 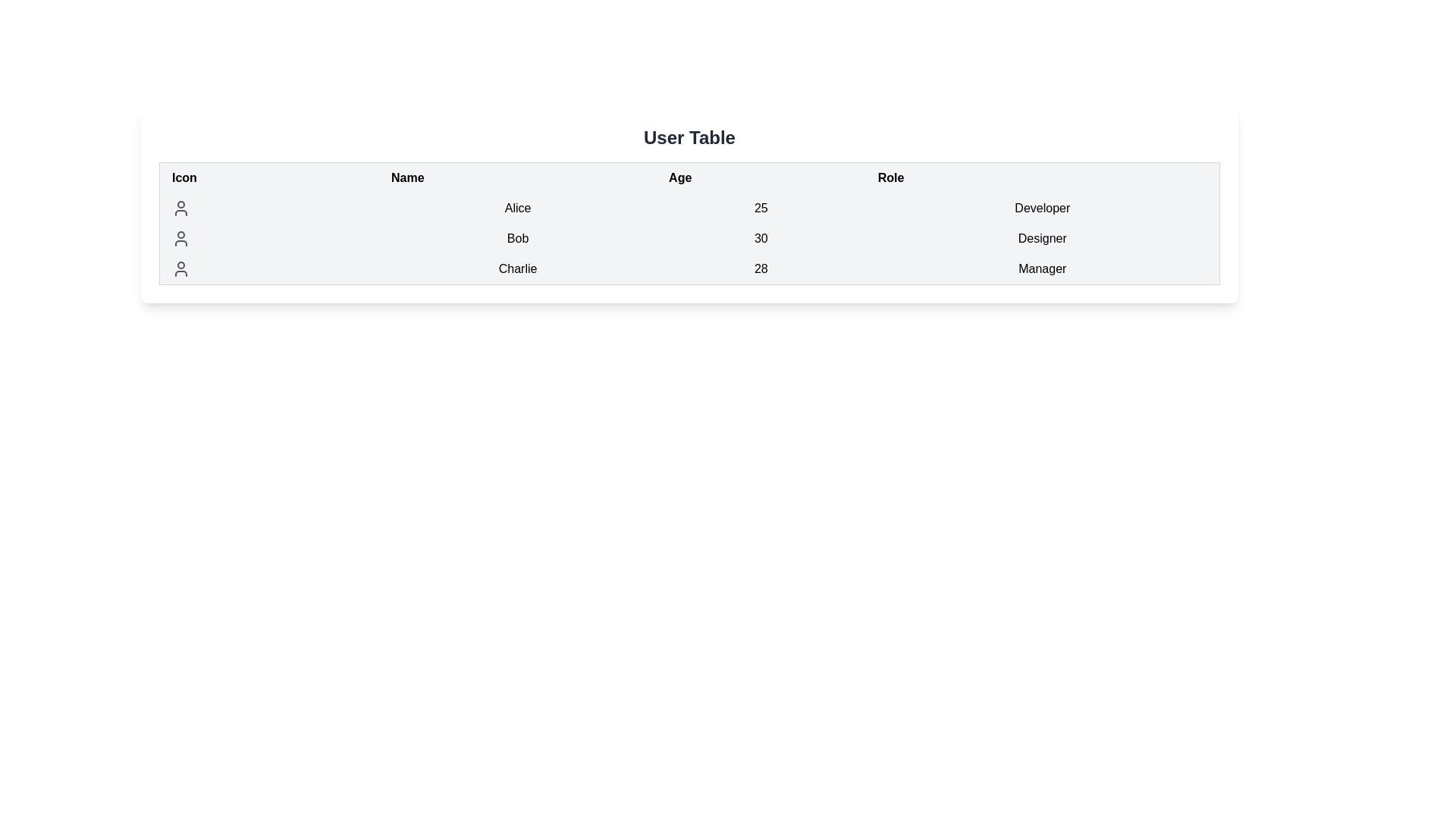 I want to click on the user icon representing 'Bob', so click(x=181, y=239).